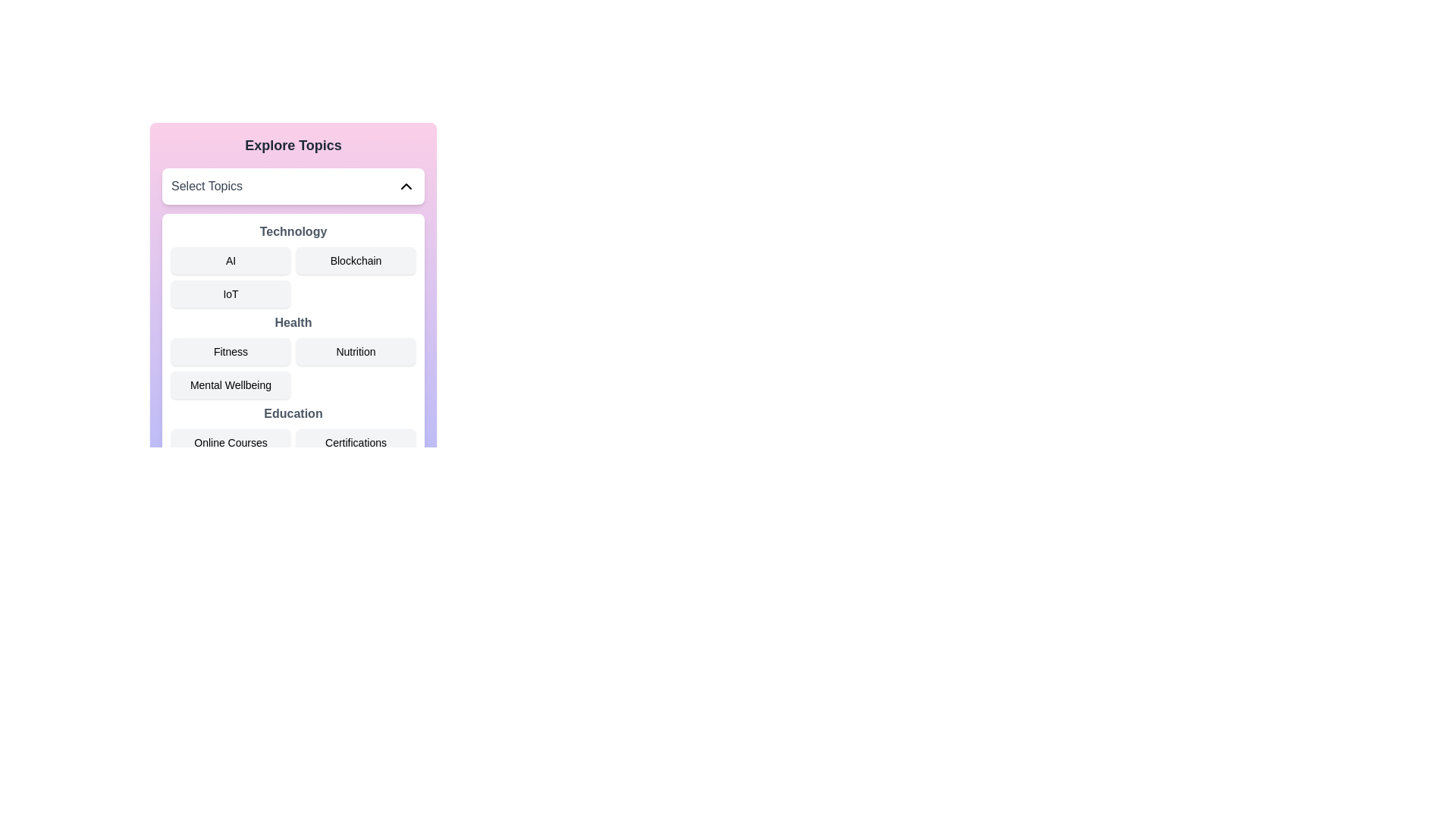  I want to click on the 'IoT' button, which is a rectangular button with rounded corners, containing the text 'IoT' in bold, located under the 'Technology' section, so click(230, 294).